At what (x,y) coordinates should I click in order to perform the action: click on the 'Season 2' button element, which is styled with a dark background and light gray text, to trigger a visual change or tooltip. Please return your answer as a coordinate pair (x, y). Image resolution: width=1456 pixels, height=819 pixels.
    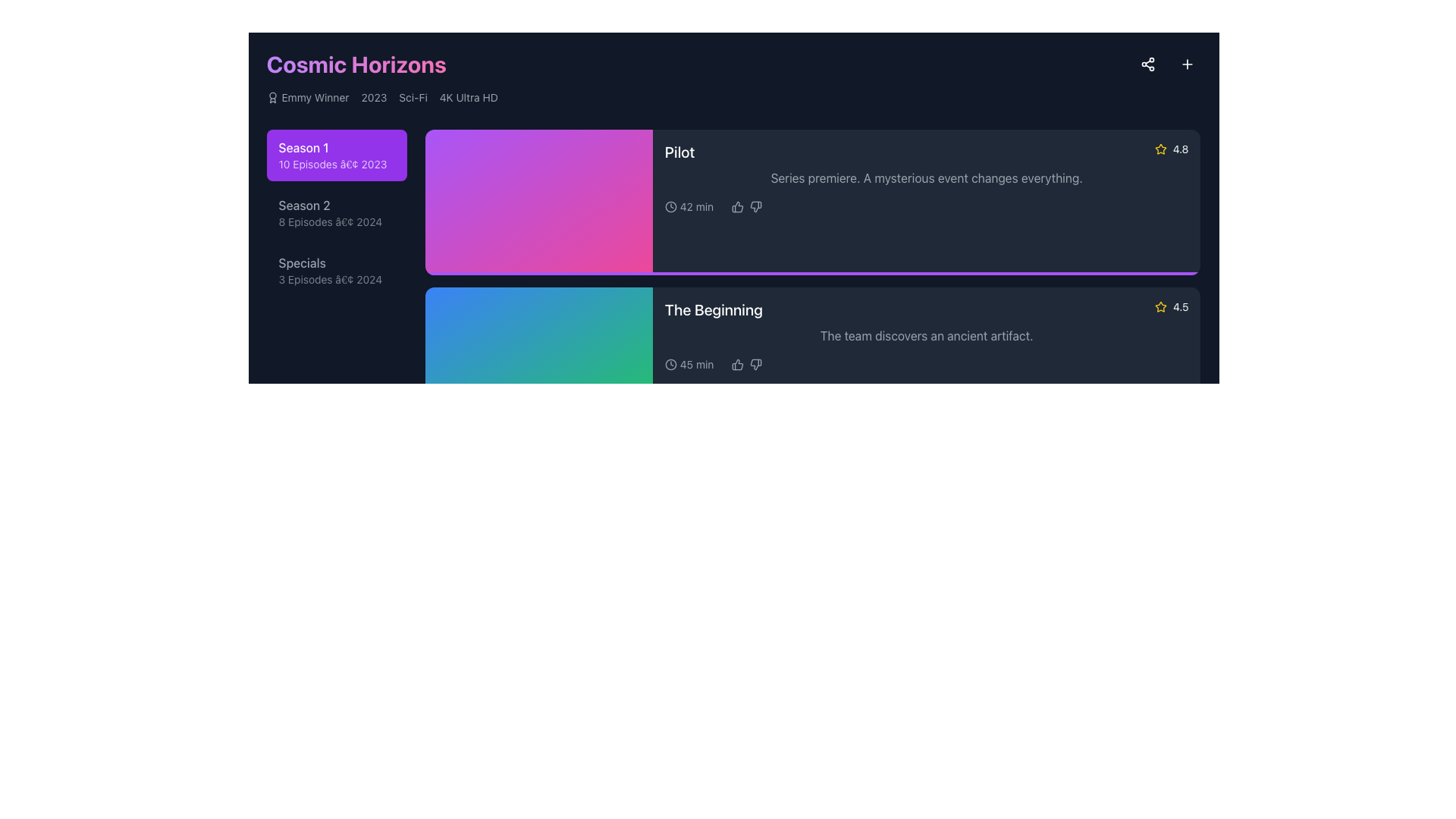
    Looking at the image, I should click on (336, 213).